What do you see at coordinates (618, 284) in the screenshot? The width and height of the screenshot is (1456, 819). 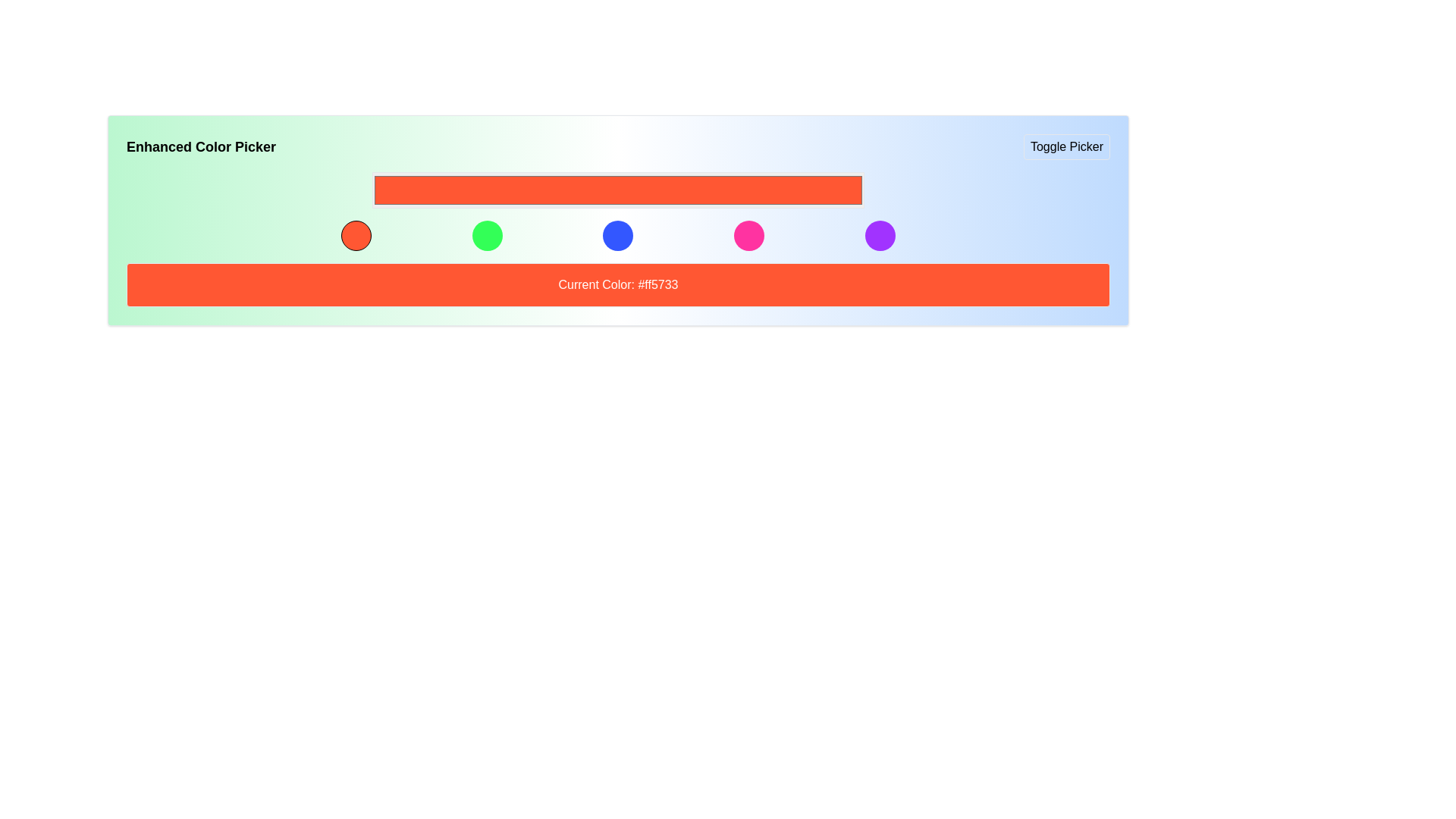 I see `the Label that displays the currently selected color, which shows the color code '#ff5733' and has a background color indicating the active selection` at bounding box center [618, 284].